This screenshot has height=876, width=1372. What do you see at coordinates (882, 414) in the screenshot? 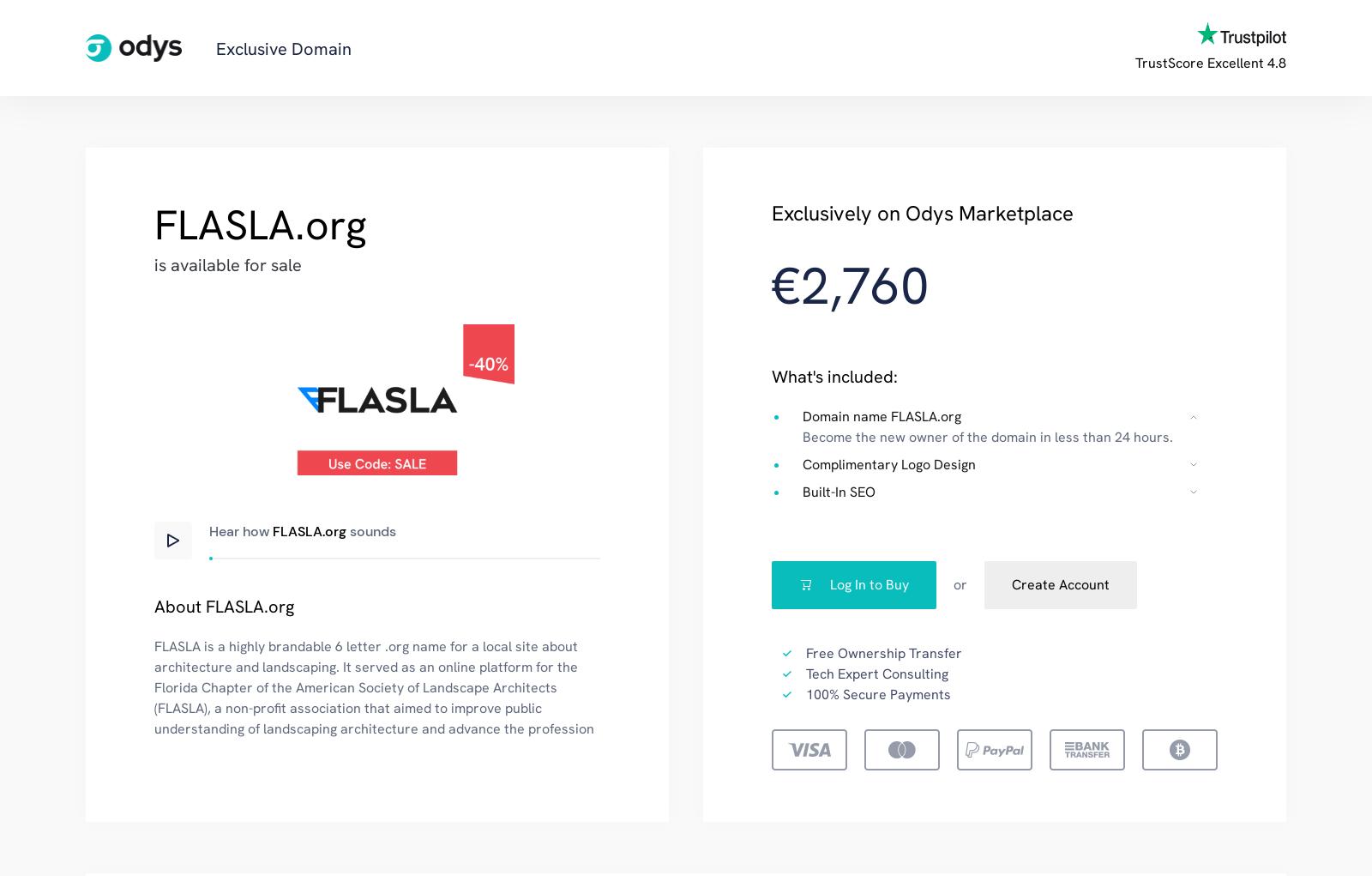
I see `'Domain name FLASLA.org'` at bounding box center [882, 414].